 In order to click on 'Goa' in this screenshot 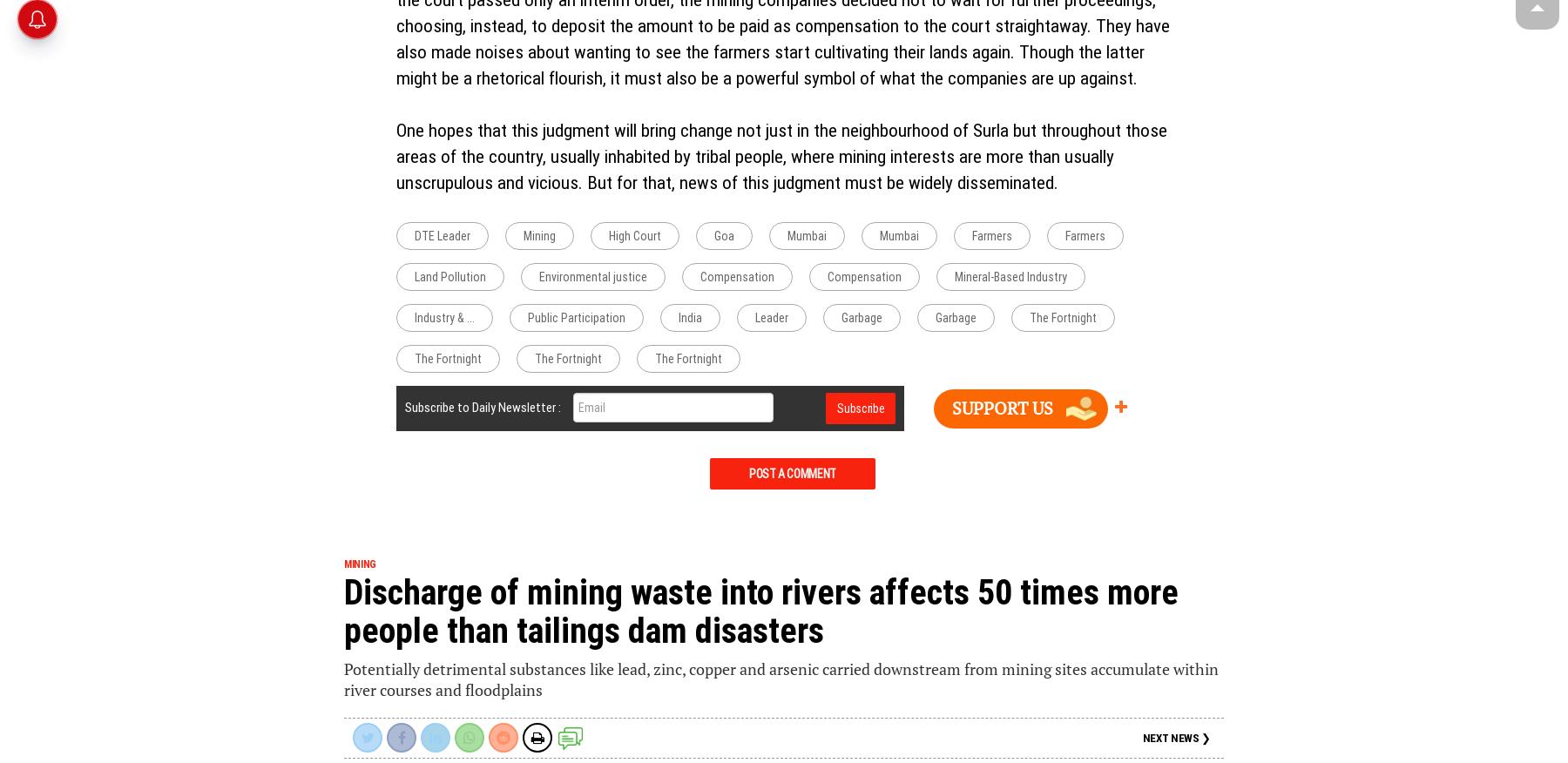, I will do `click(714, 235)`.